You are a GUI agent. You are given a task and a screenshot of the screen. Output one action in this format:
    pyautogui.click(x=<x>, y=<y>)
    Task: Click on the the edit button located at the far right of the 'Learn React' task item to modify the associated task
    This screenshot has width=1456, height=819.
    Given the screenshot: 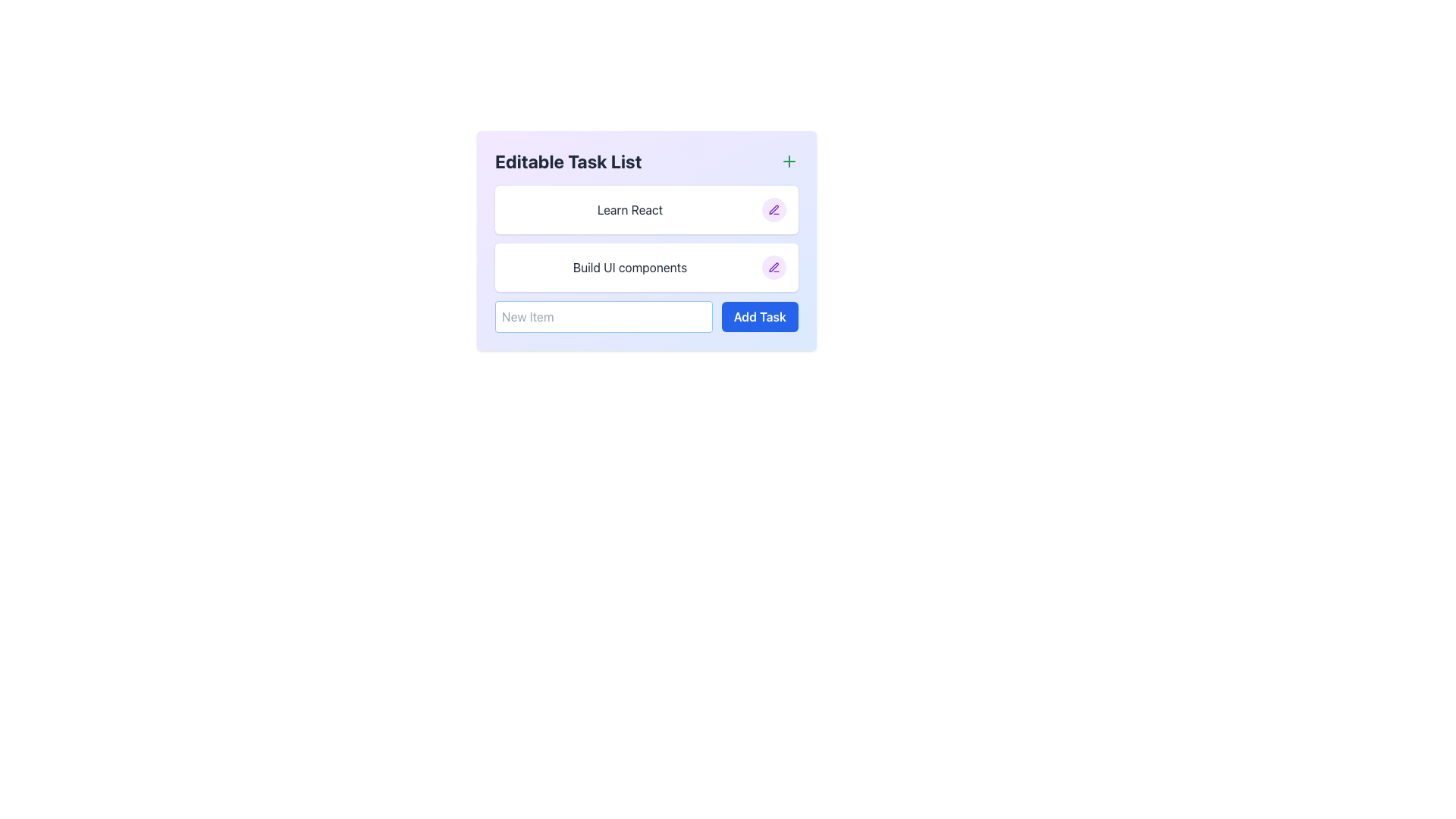 What is the action you would take?
    pyautogui.click(x=774, y=210)
    